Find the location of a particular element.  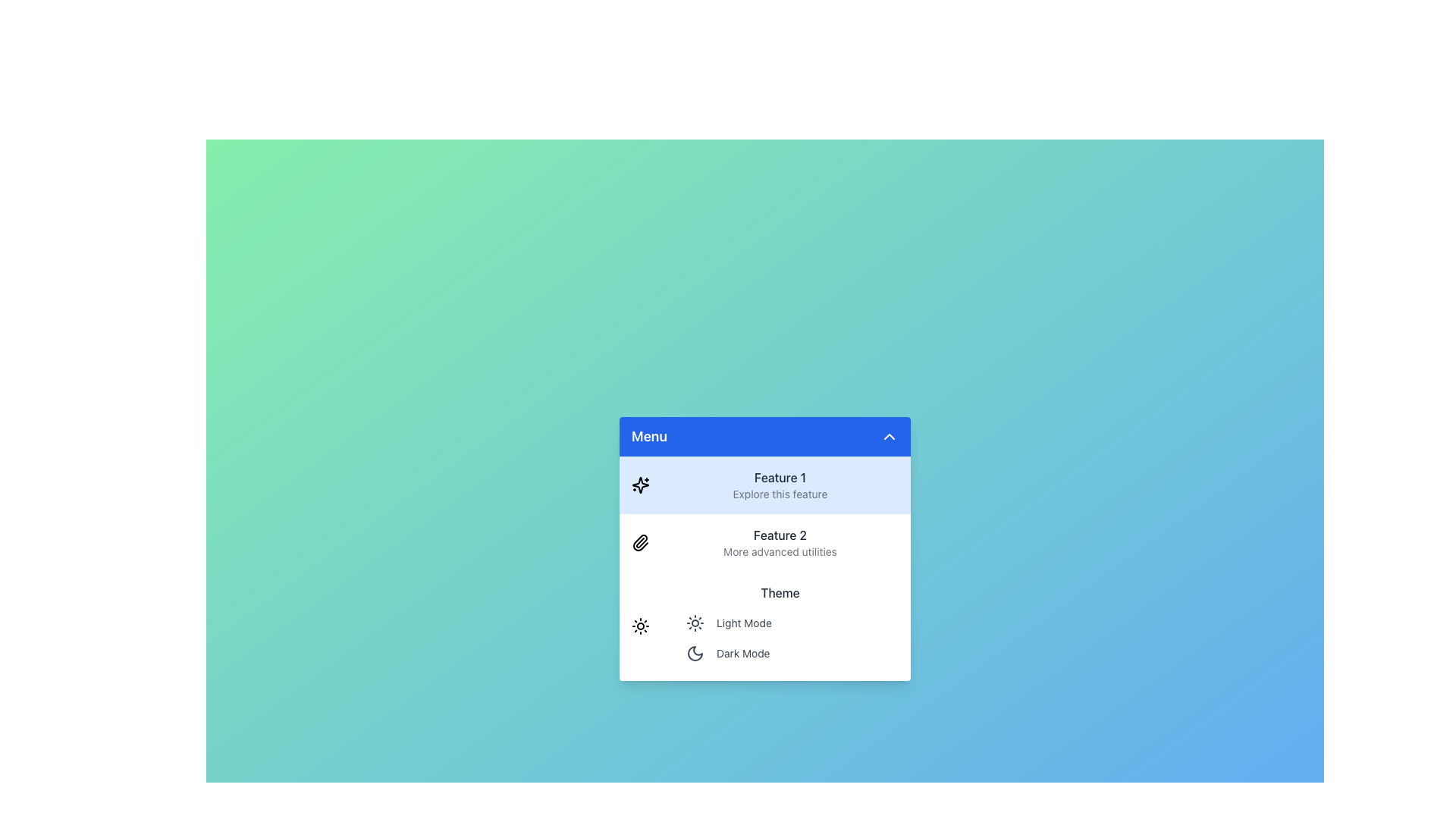

the 'Light Mode' icon located in the 'Theme' menu section to interact with the theme setting is located at coordinates (640, 626).